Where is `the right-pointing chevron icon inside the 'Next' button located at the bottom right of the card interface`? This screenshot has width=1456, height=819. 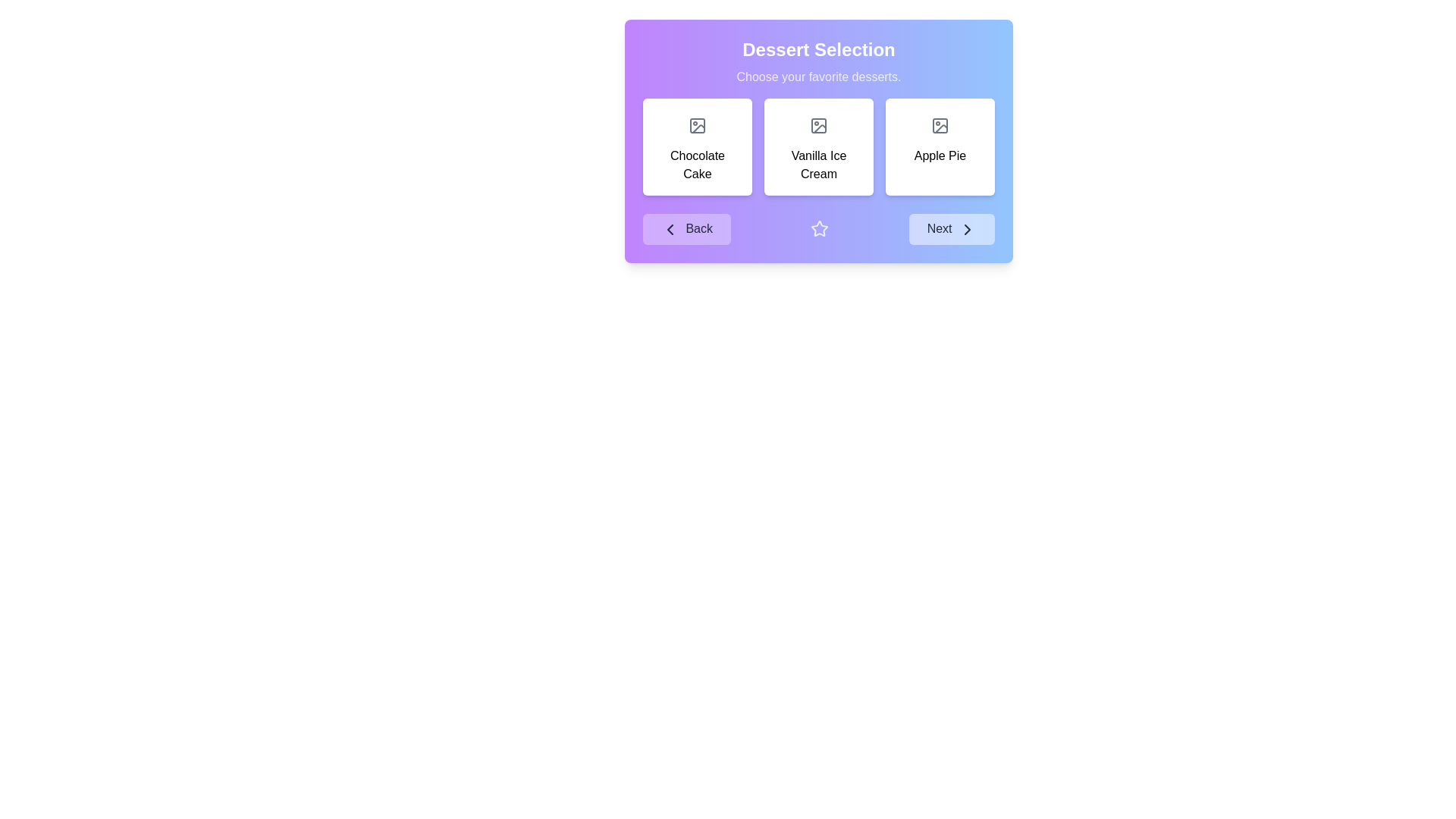
the right-pointing chevron icon inside the 'Next' button located at the bottom right of the card interface is located at coordinates (967, 229).